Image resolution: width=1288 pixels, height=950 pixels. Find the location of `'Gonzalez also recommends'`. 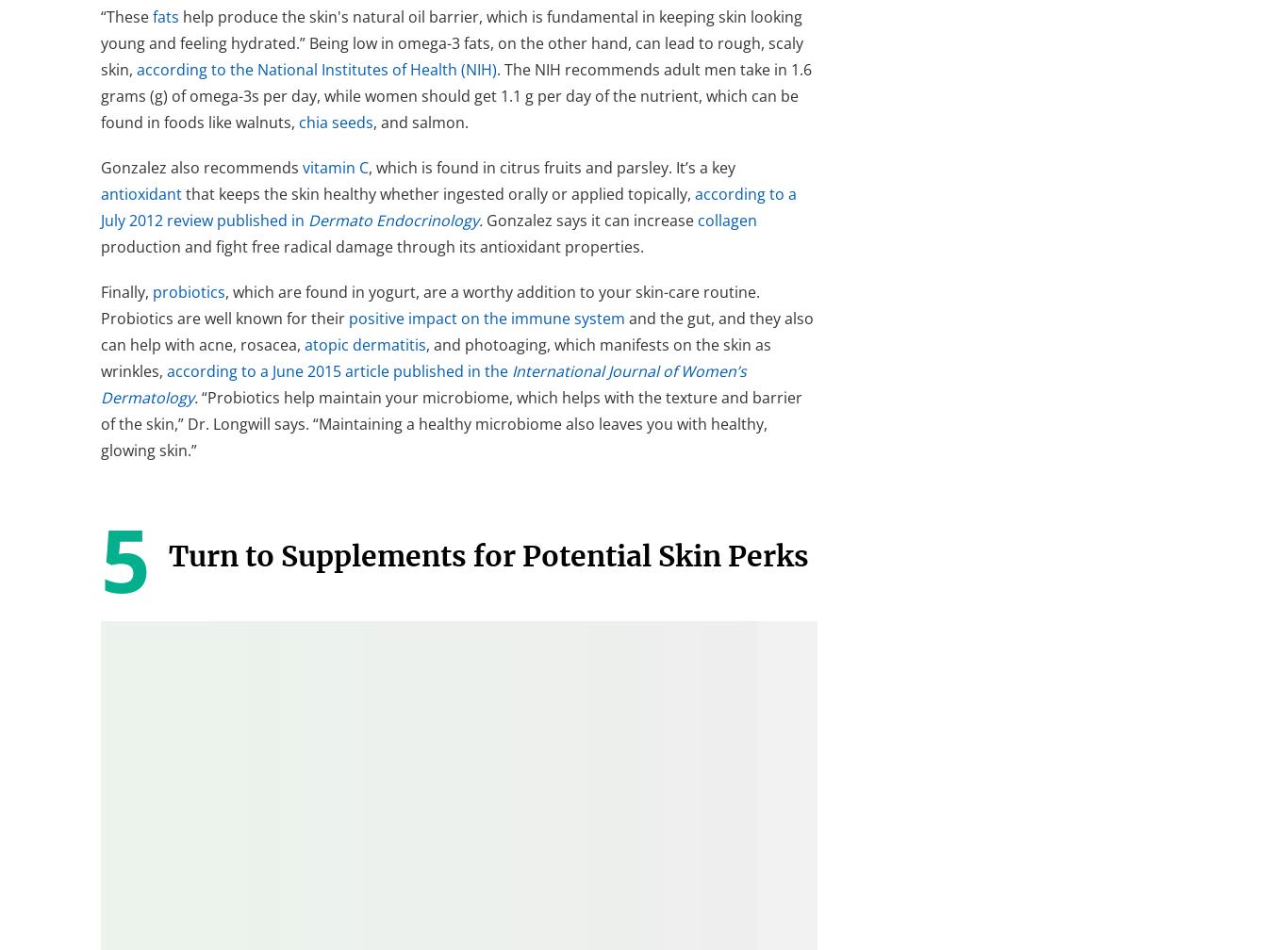

'Gonzalez also recommends' is located at coordinates (100, 167).